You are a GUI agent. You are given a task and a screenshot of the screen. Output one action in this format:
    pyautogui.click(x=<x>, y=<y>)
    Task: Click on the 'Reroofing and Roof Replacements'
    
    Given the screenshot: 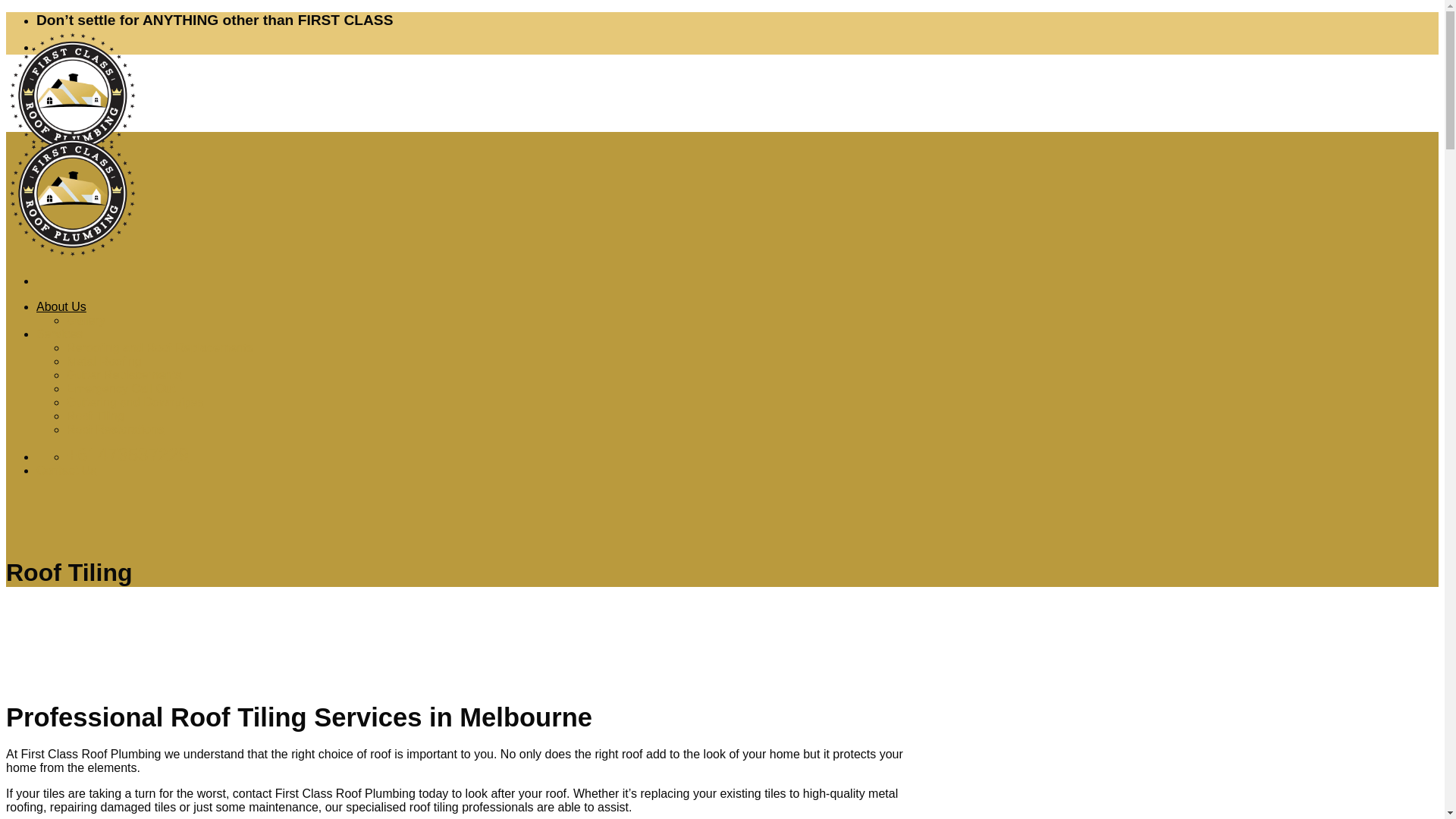 What is the action you would take?
    pyautogui.click(x=159, y=347)
    